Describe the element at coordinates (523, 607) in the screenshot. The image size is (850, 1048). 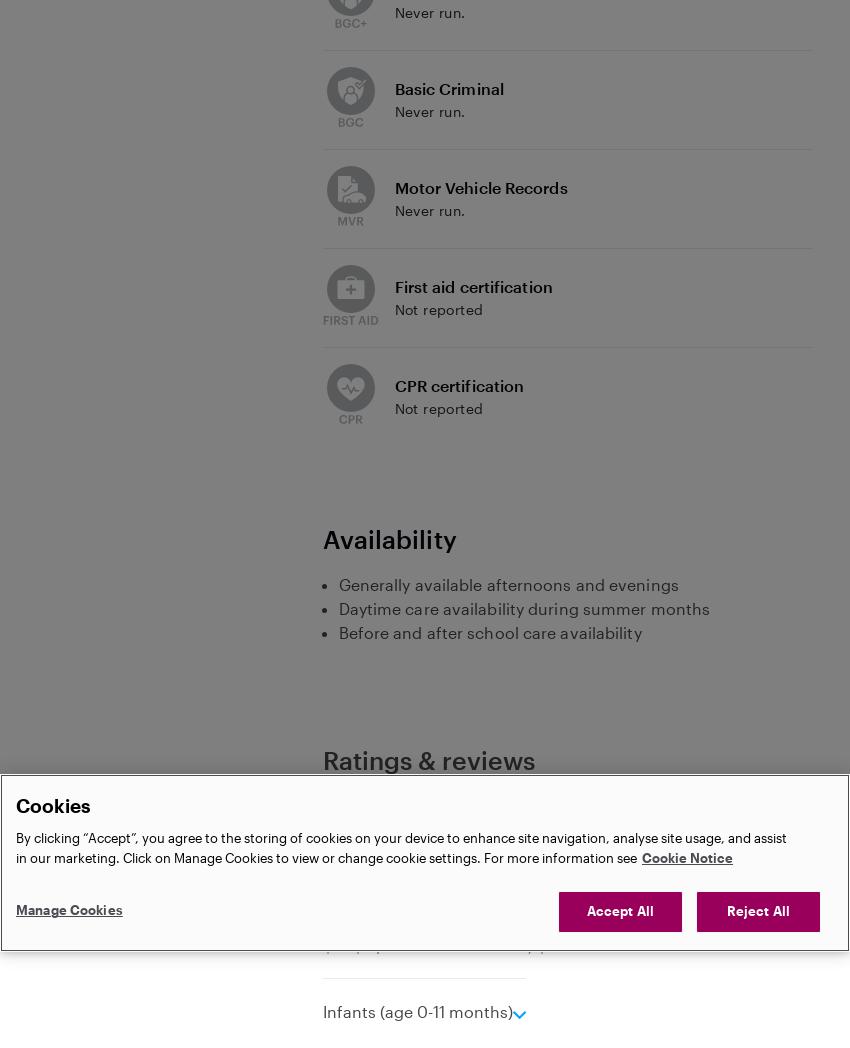
I see `'Daytime care availability during summer months'` at that location.